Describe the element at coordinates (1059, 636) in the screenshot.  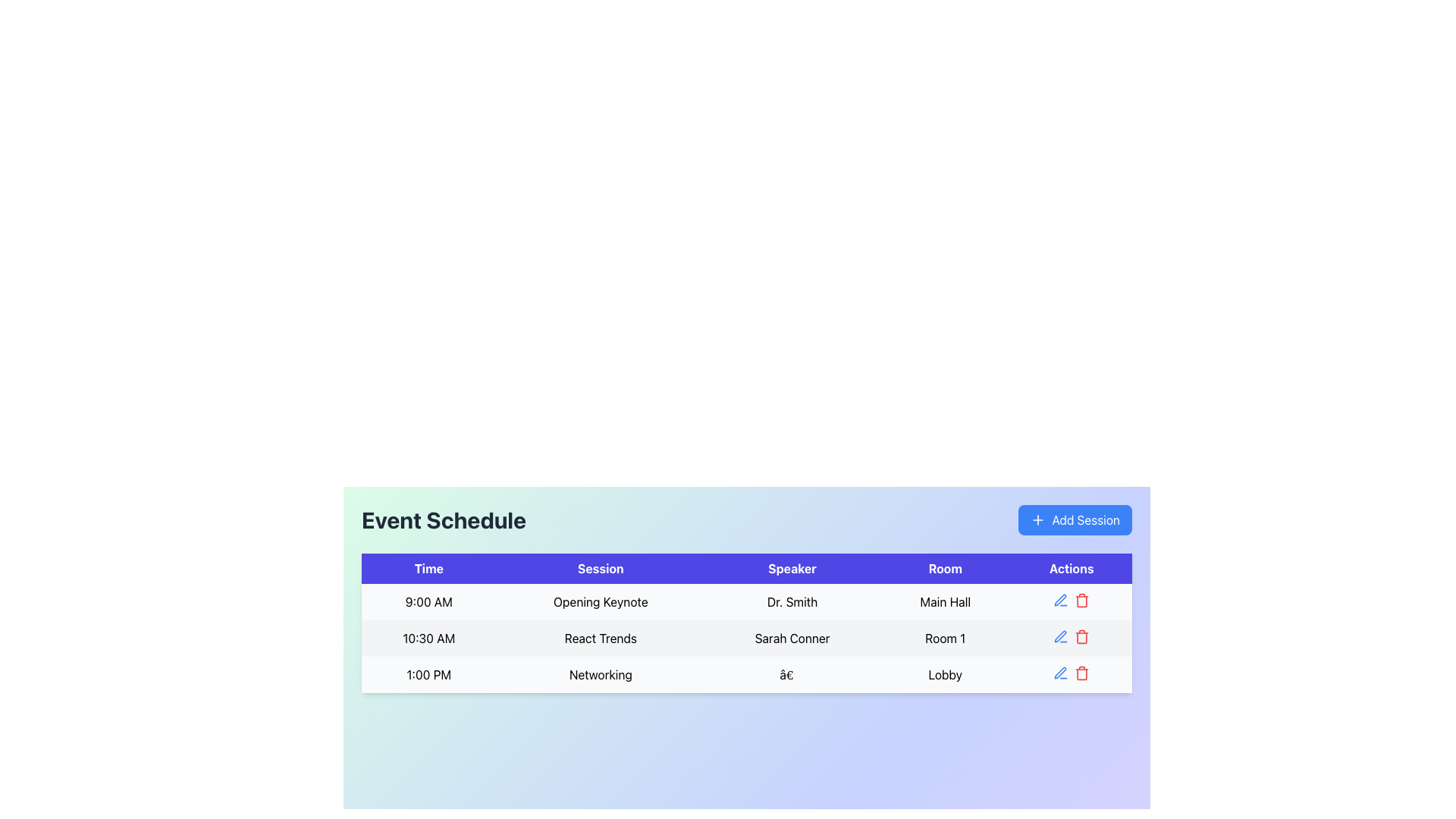
I see `the edit icon located in the 'Actions' column of the second row in the schedule table` at that location.